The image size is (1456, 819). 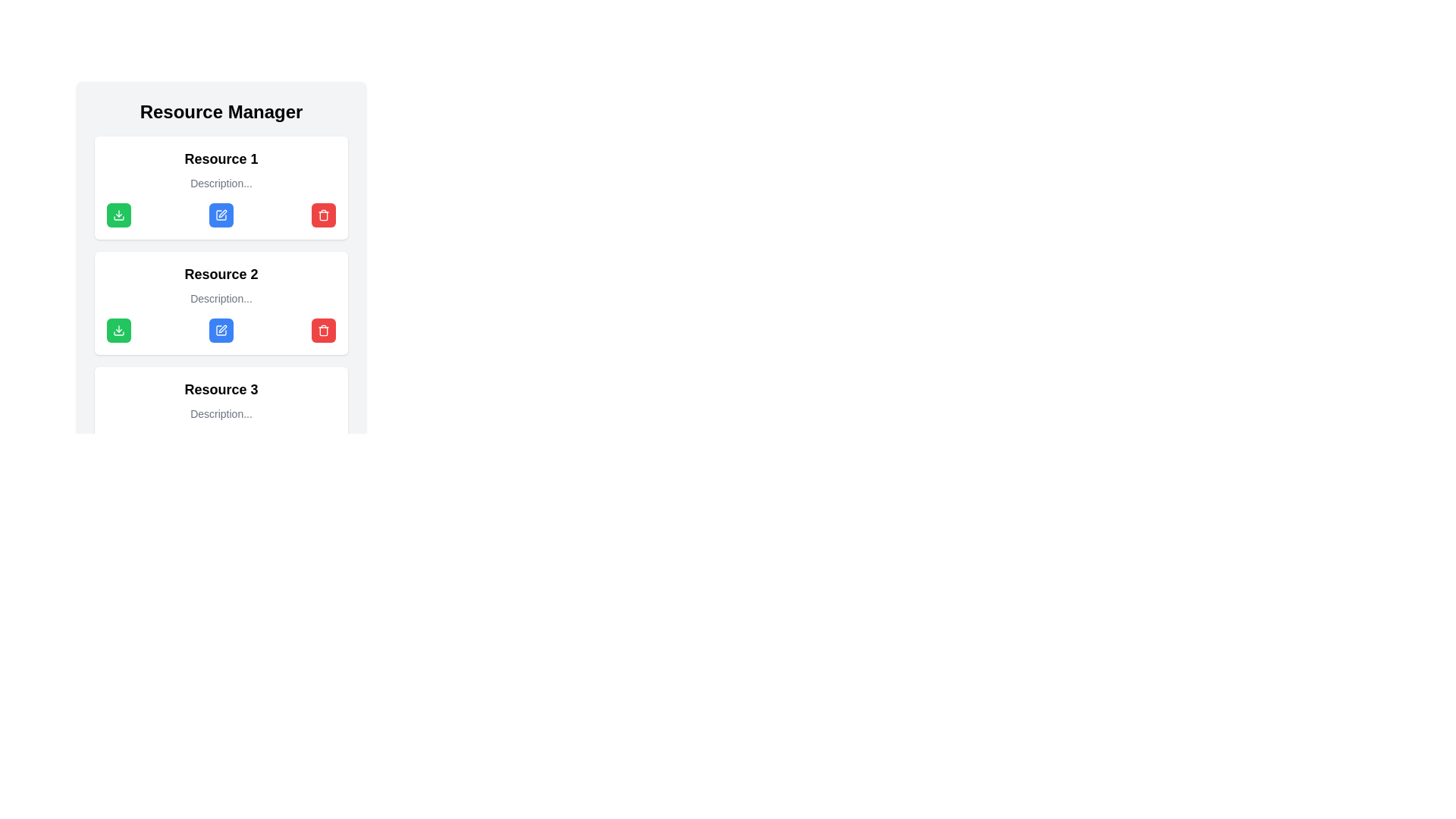 I want to click on the download button, which is the leftmost action button, so click(x=118, y=215).